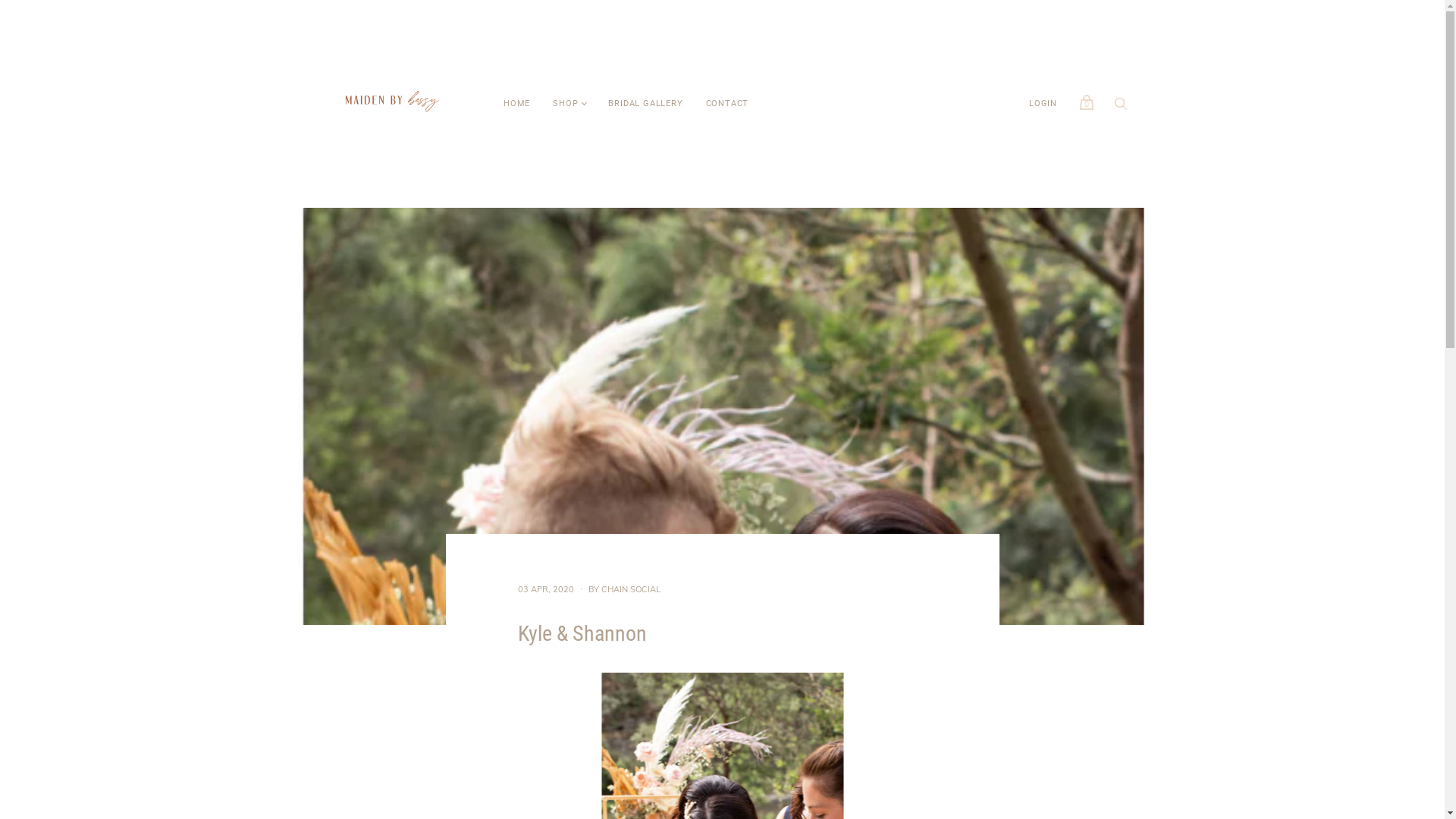  Describe the element at coordinates (645, 103) in the screenshot. I see `'BRIDAL GALLERY'` at that location.